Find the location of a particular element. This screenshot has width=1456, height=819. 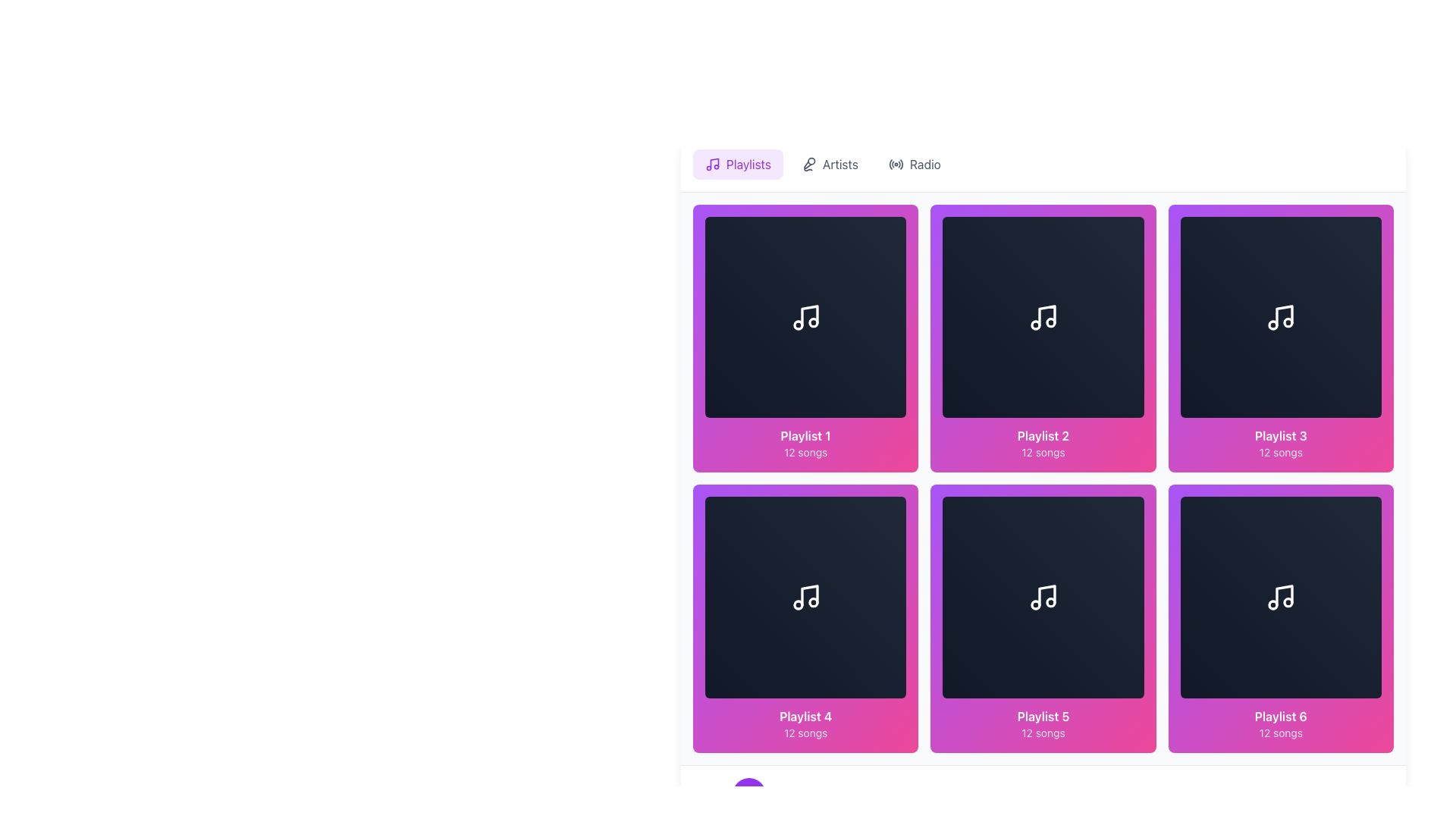

the interactive playlist card is located at coordinates (1280, 619).